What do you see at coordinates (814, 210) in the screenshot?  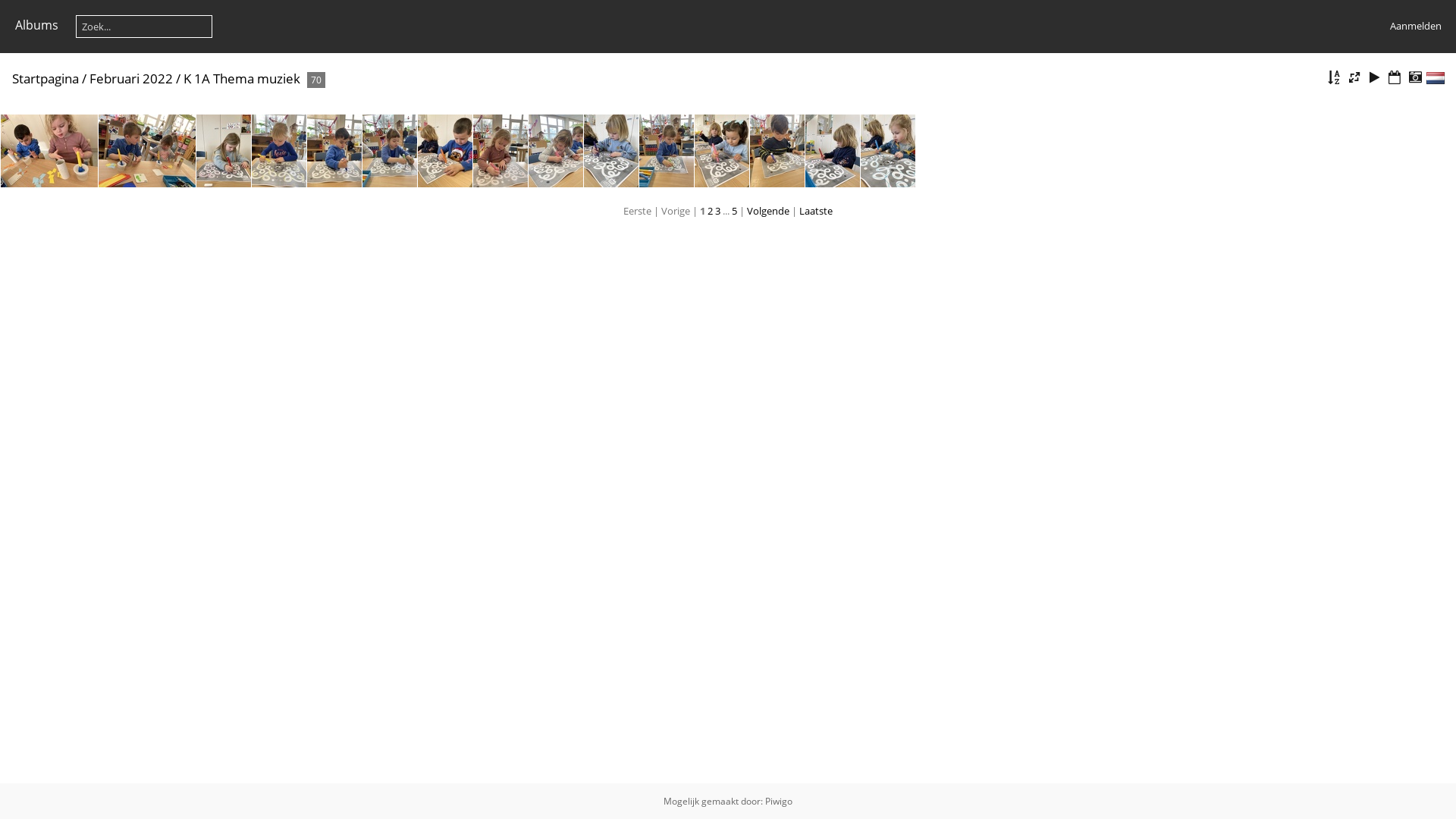 I see `'Laatste'` at bounding box center [814, 210].